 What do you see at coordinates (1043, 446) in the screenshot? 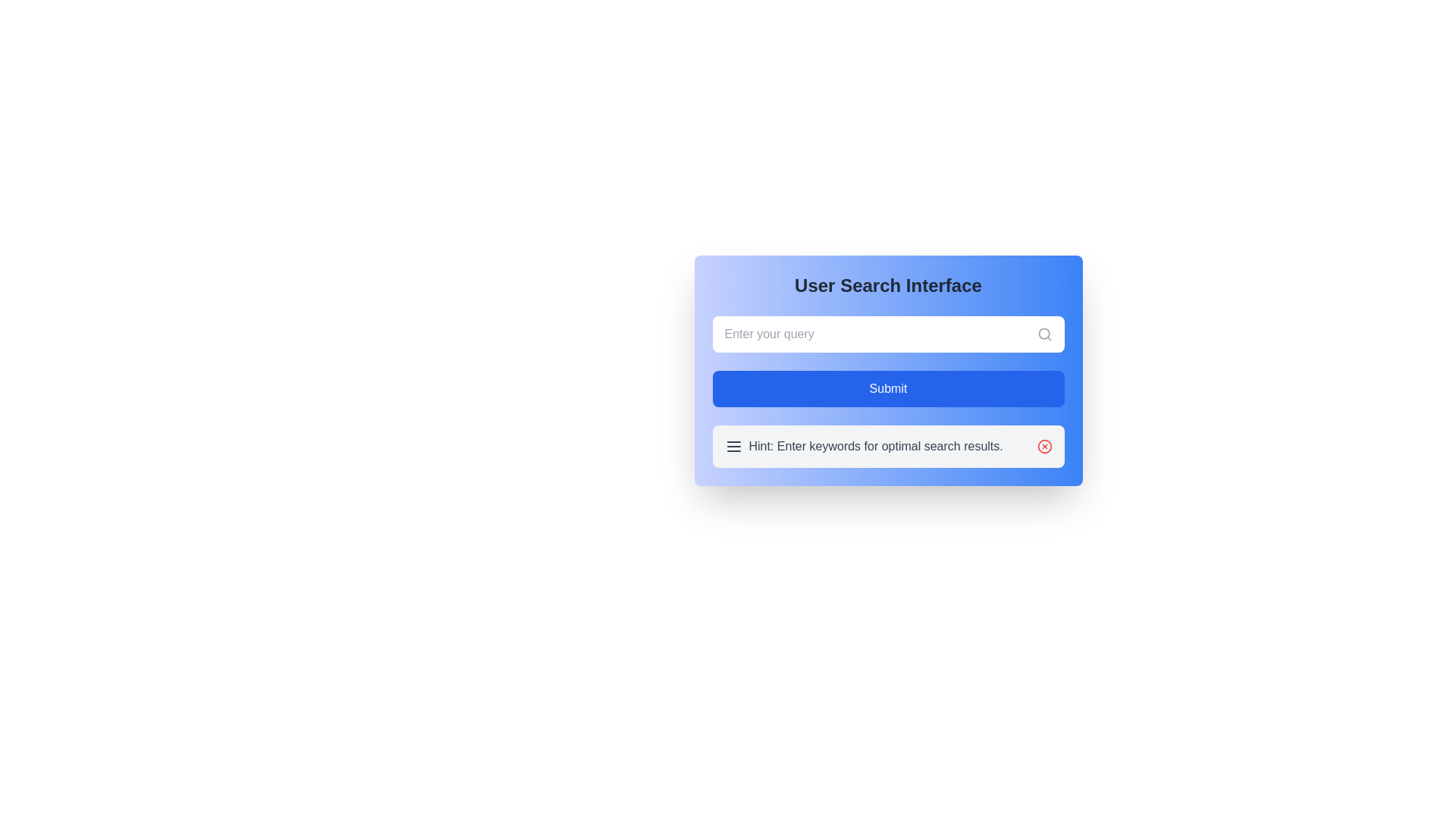
I see `the circular close icon located in the bottom-right corner of the help hint section beneath the search input area` at bounding box center [1043, 446].